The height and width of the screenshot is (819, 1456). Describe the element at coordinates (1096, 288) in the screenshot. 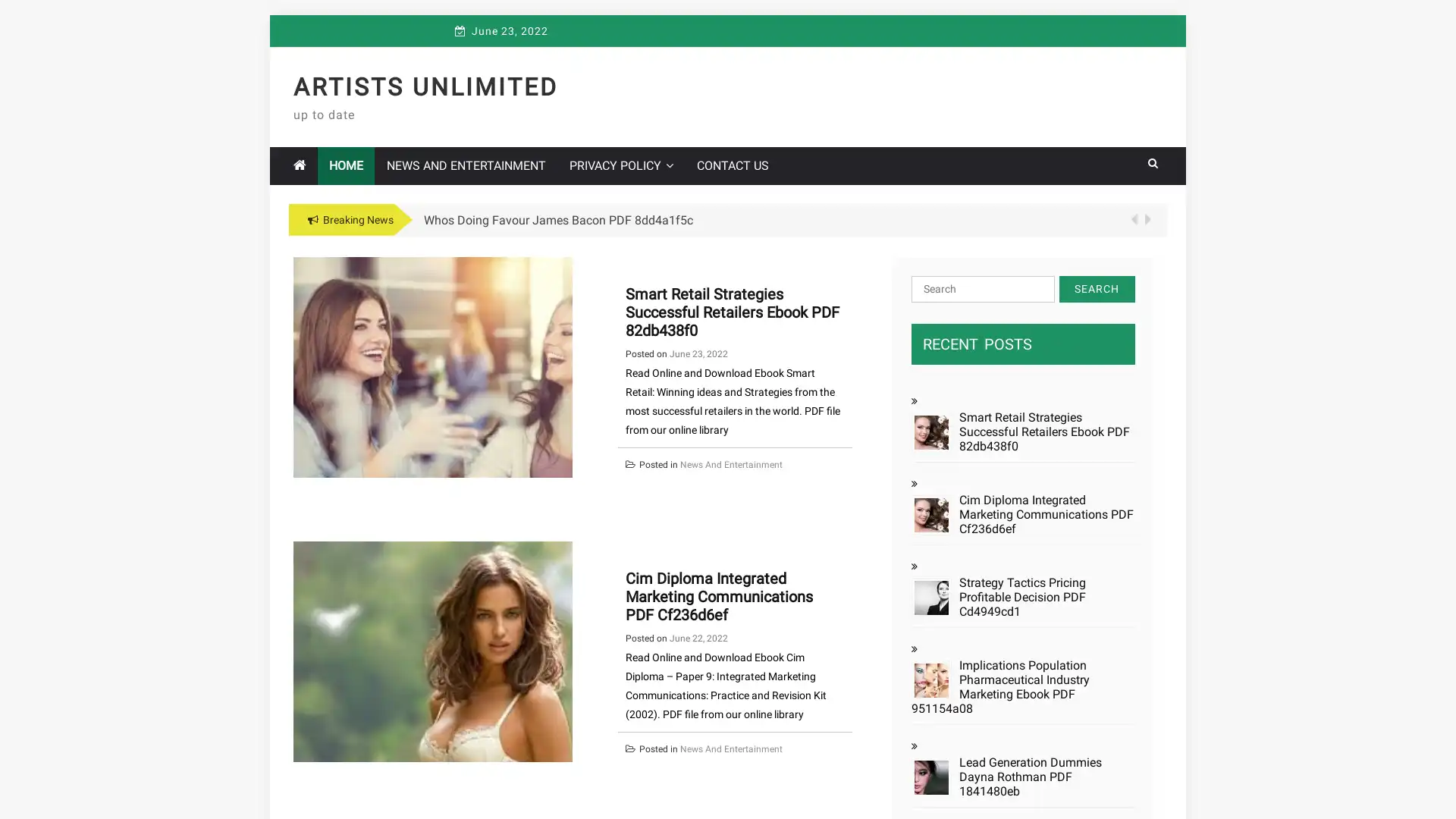

I see `Search` at that location.